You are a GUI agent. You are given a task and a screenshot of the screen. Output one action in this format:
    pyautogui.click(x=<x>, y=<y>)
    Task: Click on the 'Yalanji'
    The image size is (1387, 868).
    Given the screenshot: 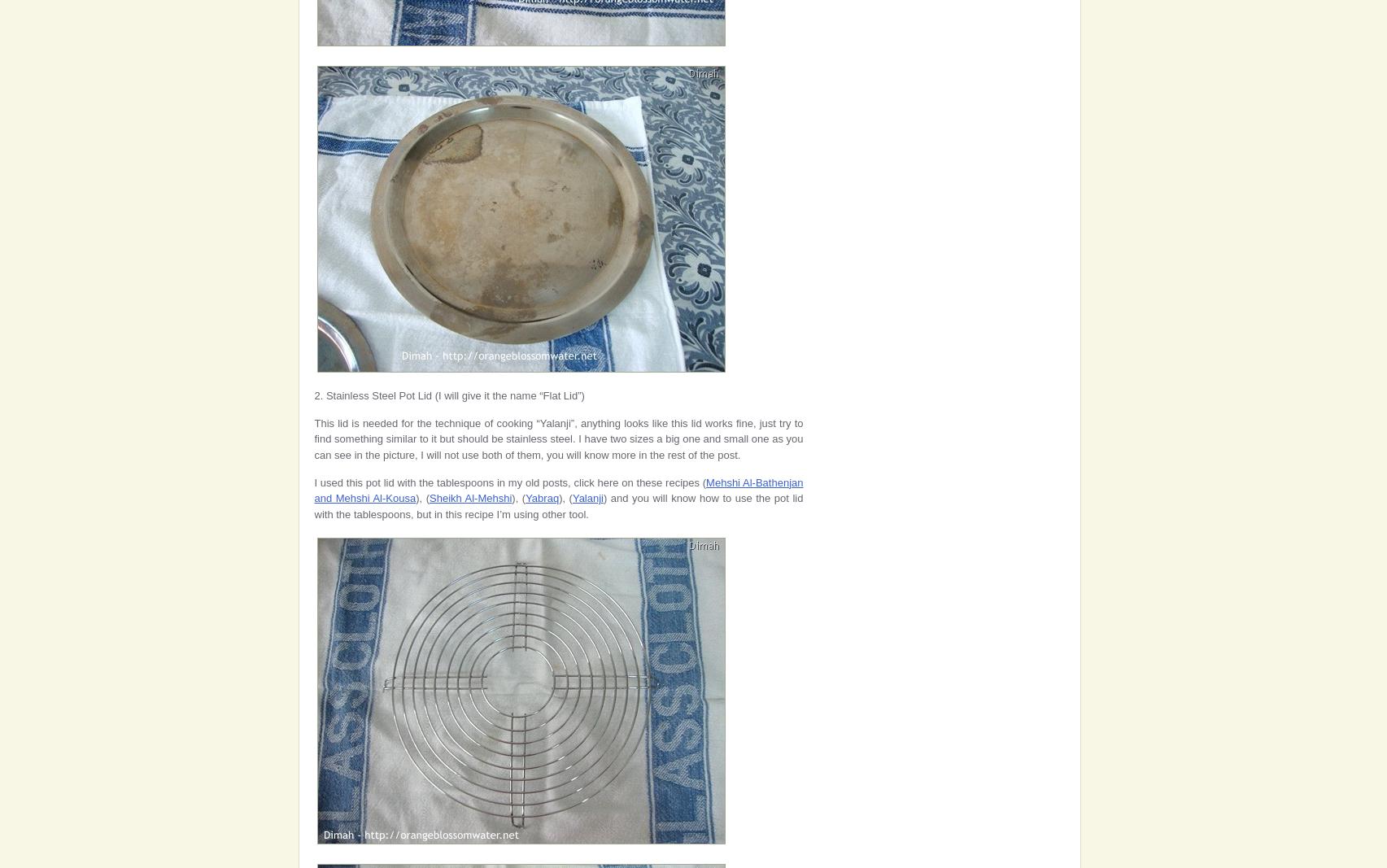 What is the action you would take?
    pyautogui.click(x=587, y=498)
    